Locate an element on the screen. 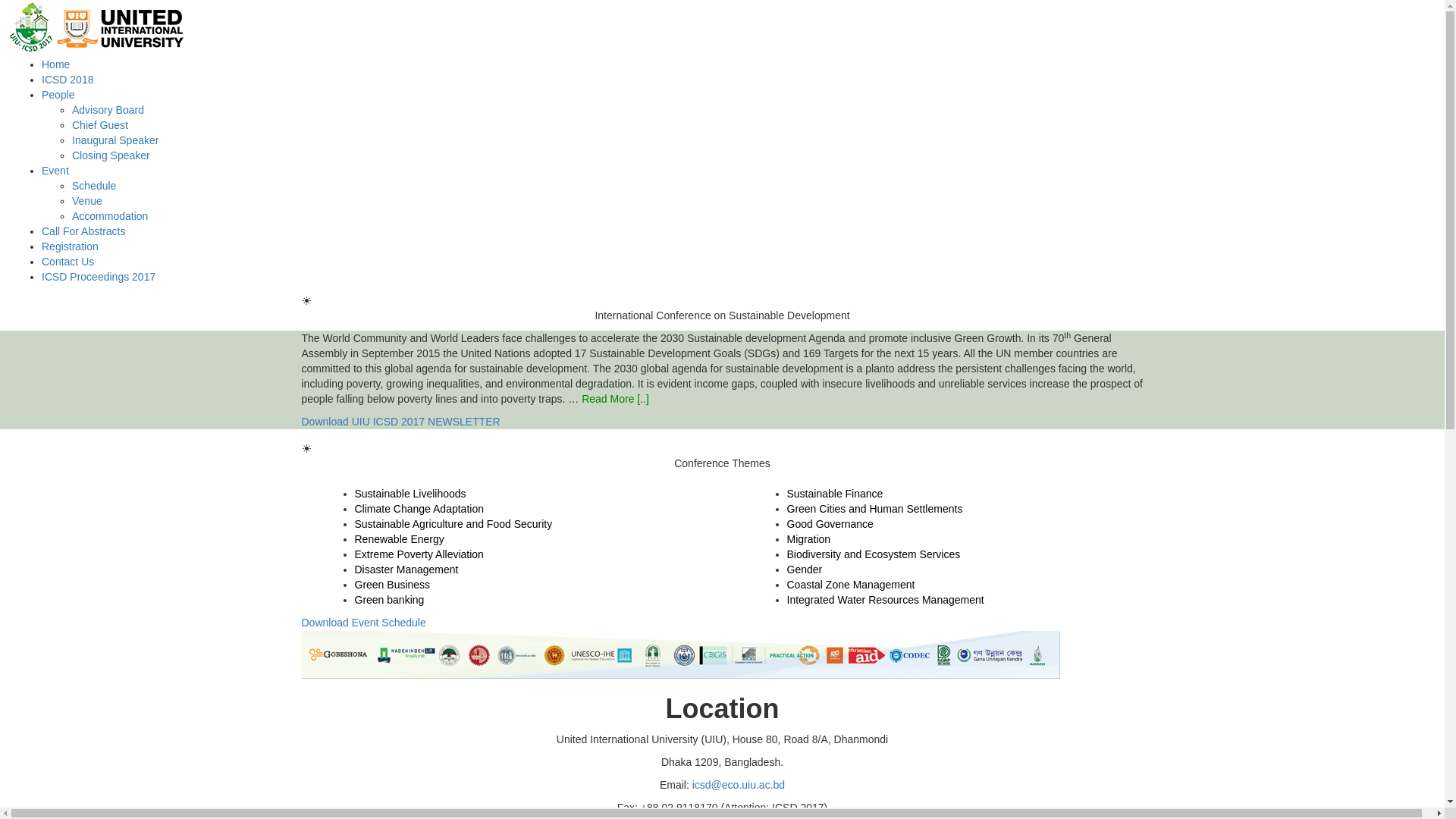 Image resolution: width=1456 pixels, height=819 pixels. 'Venue' is located at coordinates (71, 200).